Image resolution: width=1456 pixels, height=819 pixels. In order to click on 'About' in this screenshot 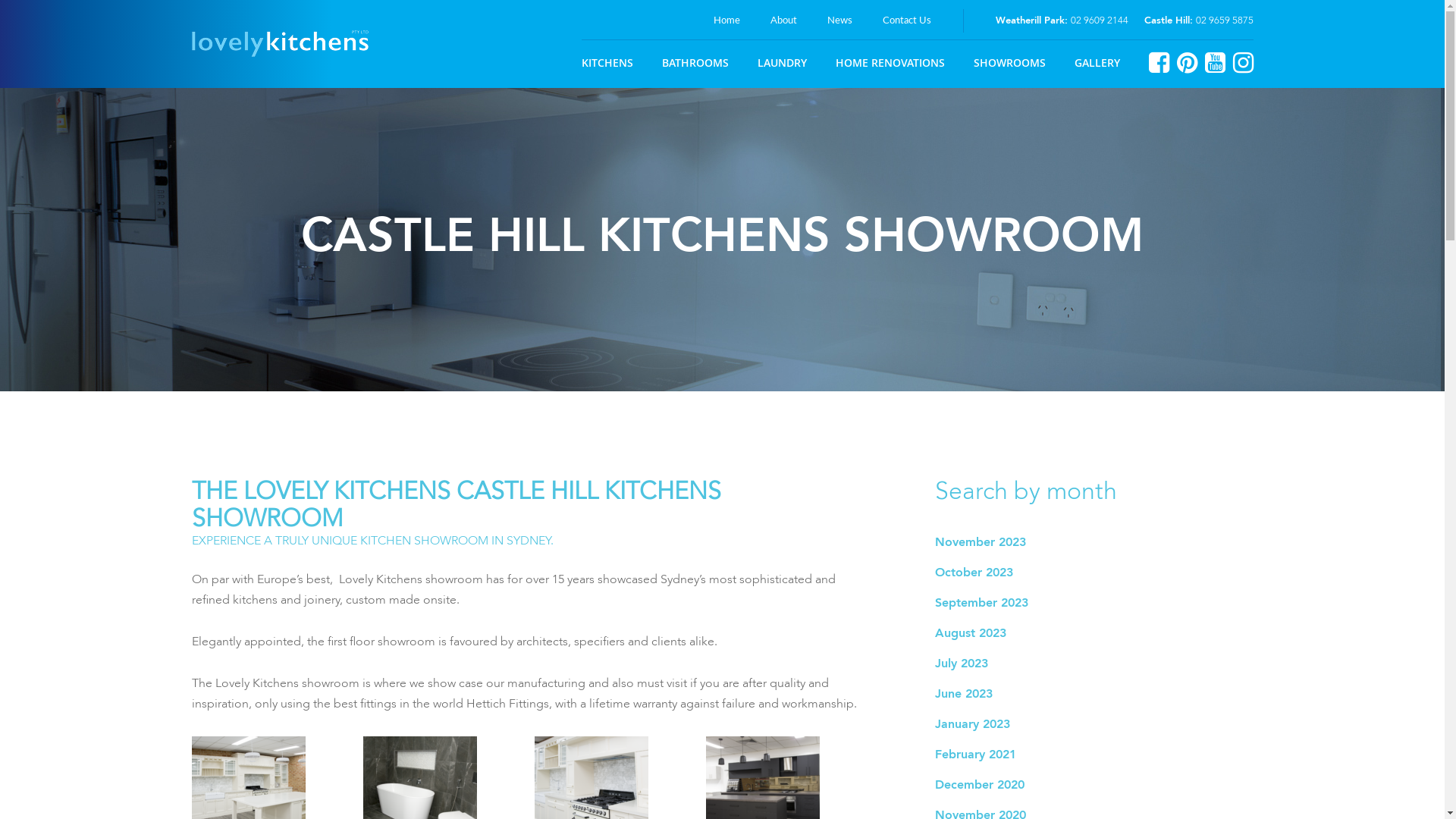, I will do `click(783, 20)`.